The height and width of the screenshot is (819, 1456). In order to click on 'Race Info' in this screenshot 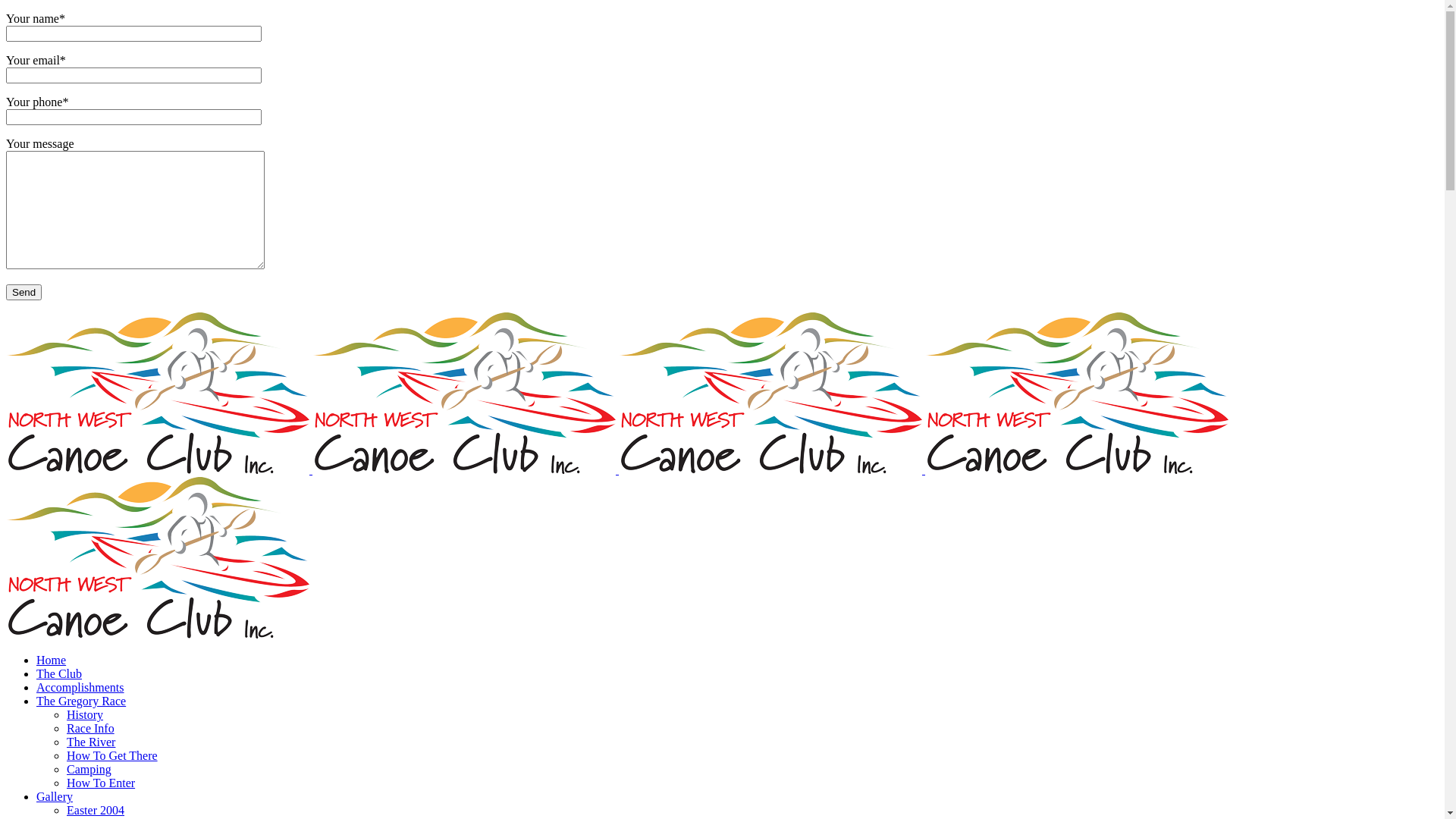, I will do `click(89, 727)`.